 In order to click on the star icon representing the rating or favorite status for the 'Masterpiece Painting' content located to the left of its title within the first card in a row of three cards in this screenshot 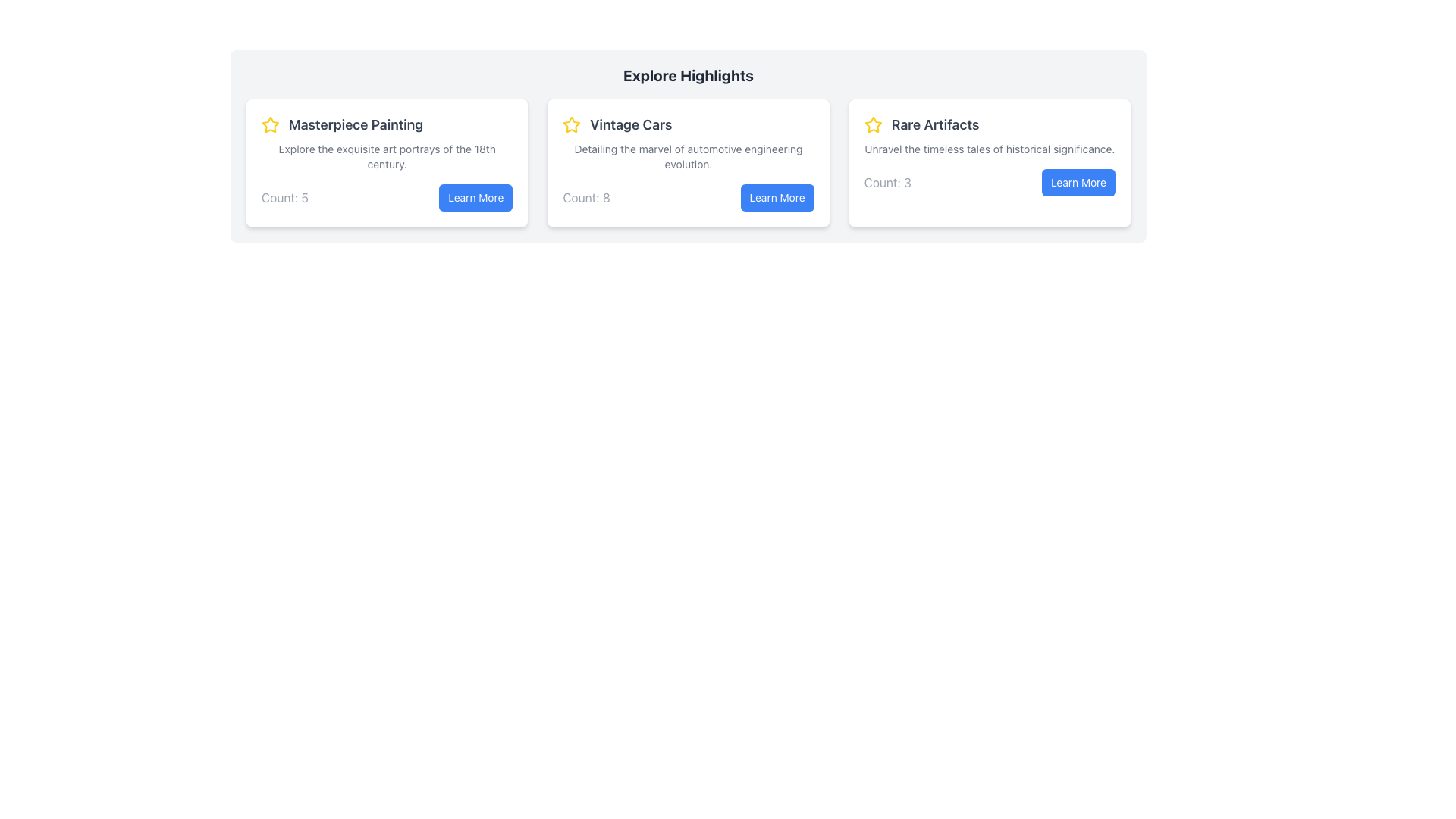, I will do `click(270, 124)`.